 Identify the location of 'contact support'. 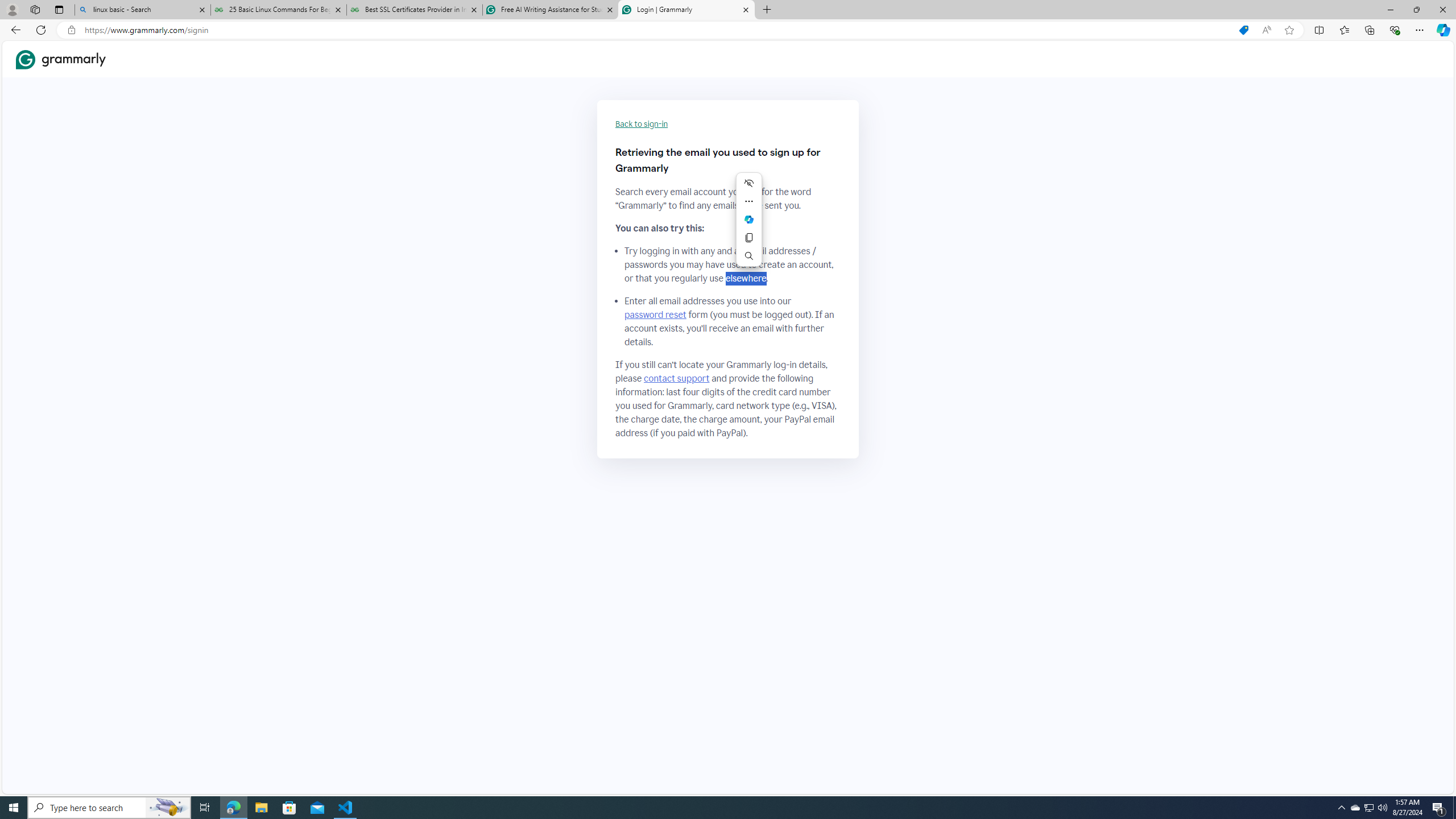
(677, 379).